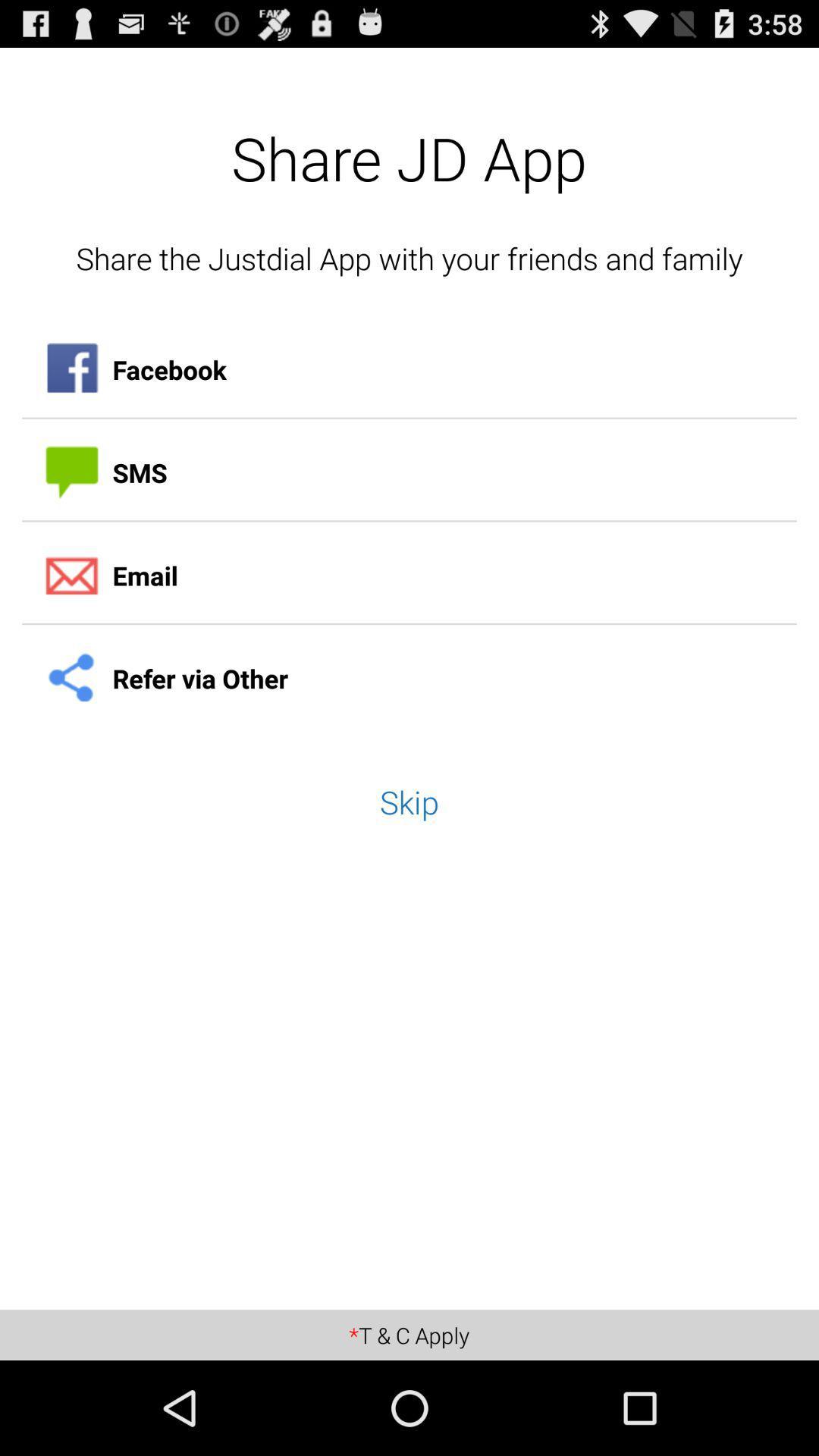  What do you see at coordinates (409, 801) in the screenshot?
I see `the skip app` at bounding box center [409, 801].